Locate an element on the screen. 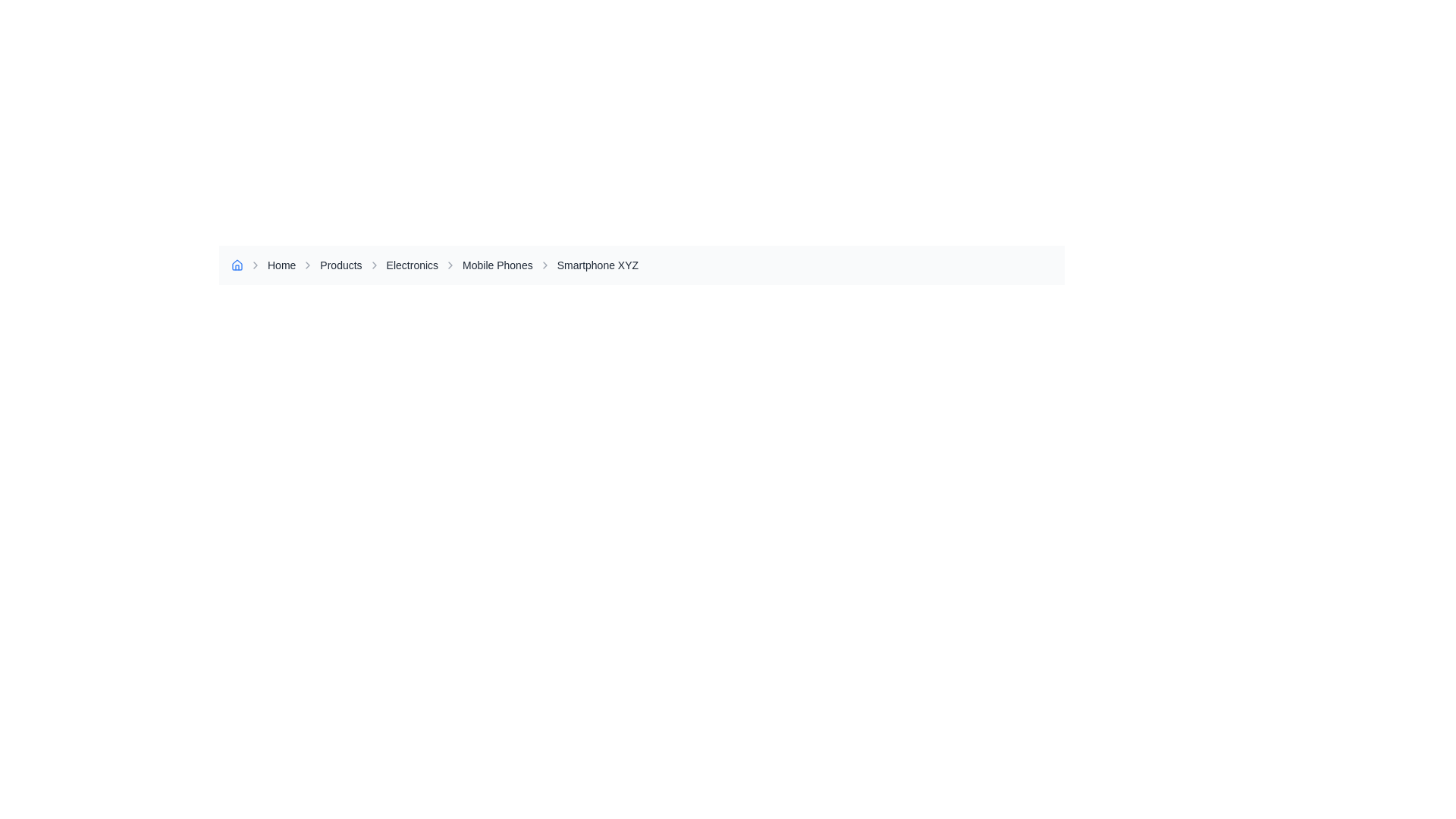 The image size is (1456, 819). the rightward chevron icon in the breadcrumb navigation bar adjacent to 'Smartphone XYZ' is located at coordinates (544, 265).